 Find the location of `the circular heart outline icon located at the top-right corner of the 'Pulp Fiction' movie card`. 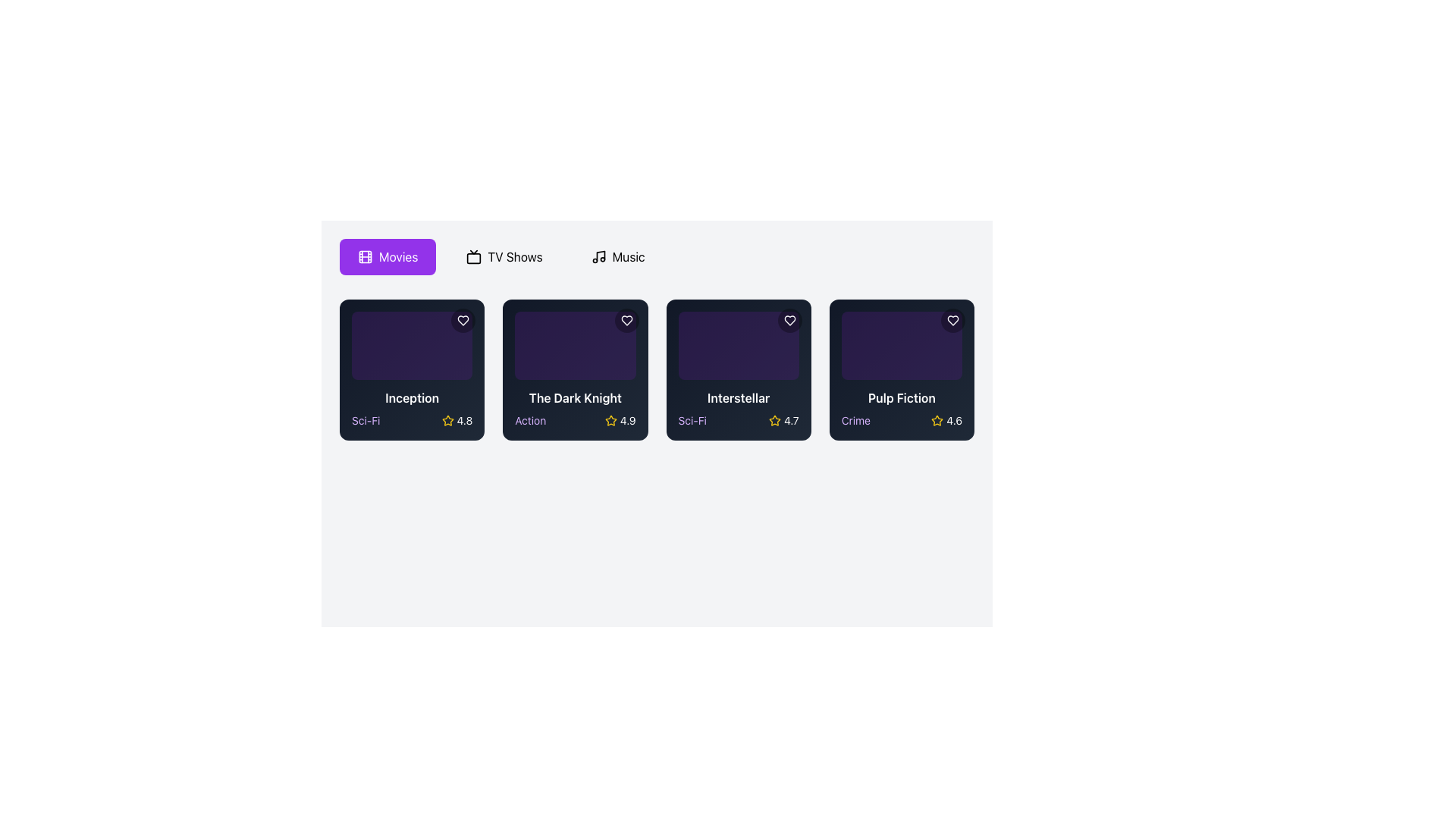

the circular heart outline icon located at the top-right corner of the 'Pulp Fiction' movie card is located at coordinates (952, 320).